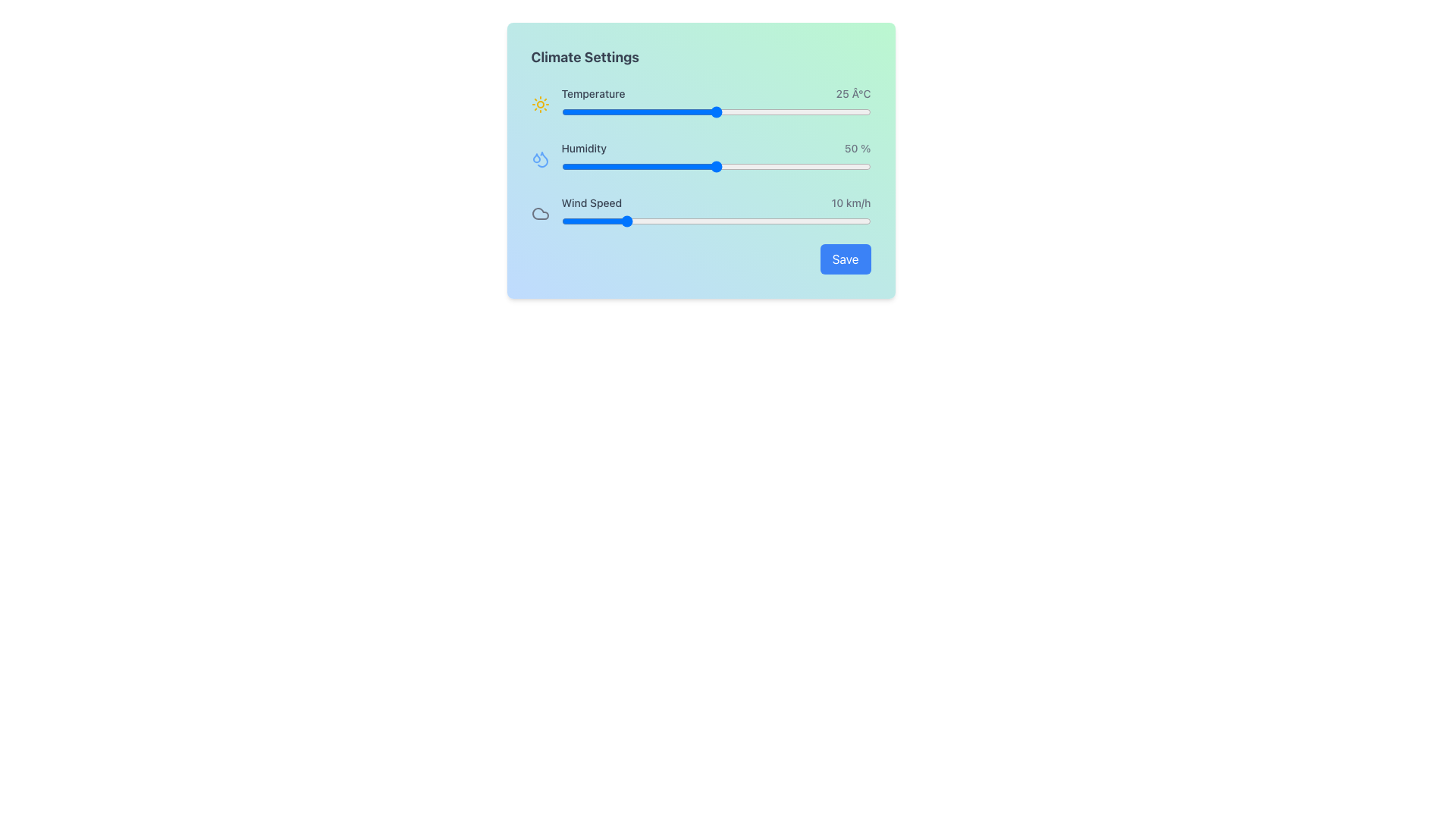 The width and height of the screenshot is (1456, 819). Describe the element at coordinates (778, 221) in the screenshot. I see `wind speed` at that location.